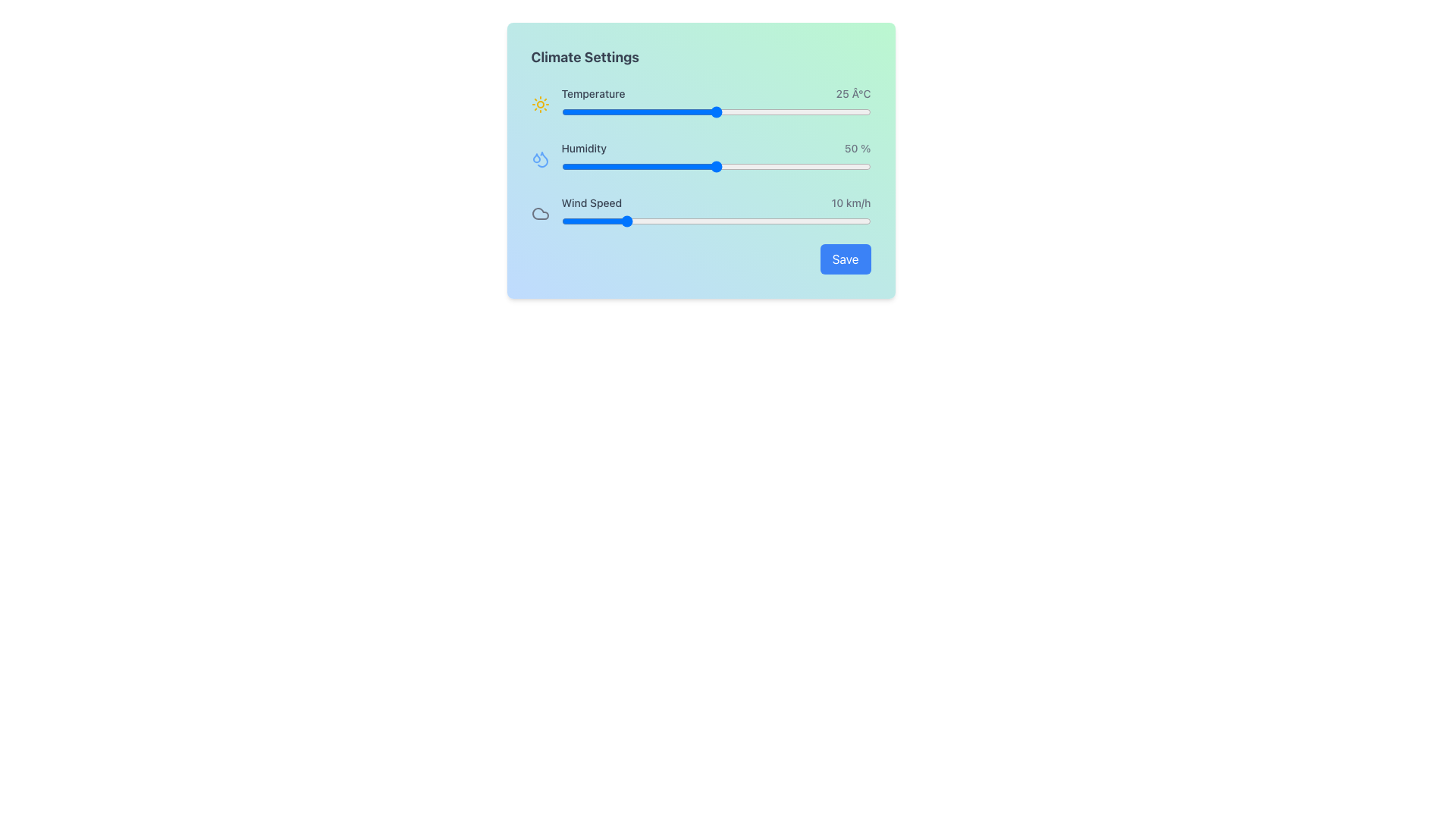 The width and height of the screenshot is (1456, 819). Describe the element at coordinates (778, 221) in the screenshot. I see `wind speed` at that location.